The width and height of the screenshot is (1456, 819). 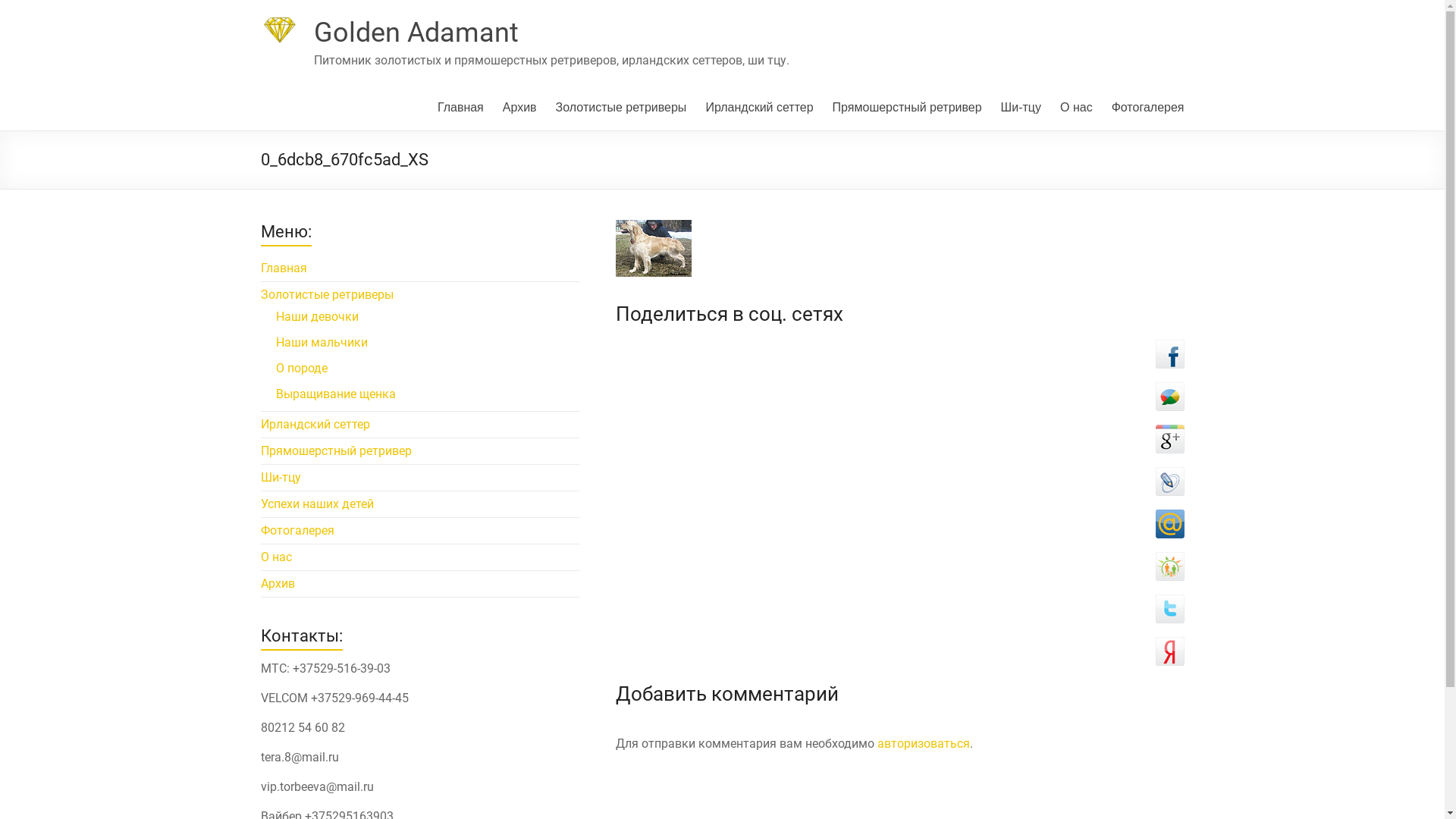 What do you see at coordinates (416, 32) in the screenshot?
I see `'Golden Adamant'` at bounding box center [416, 32].